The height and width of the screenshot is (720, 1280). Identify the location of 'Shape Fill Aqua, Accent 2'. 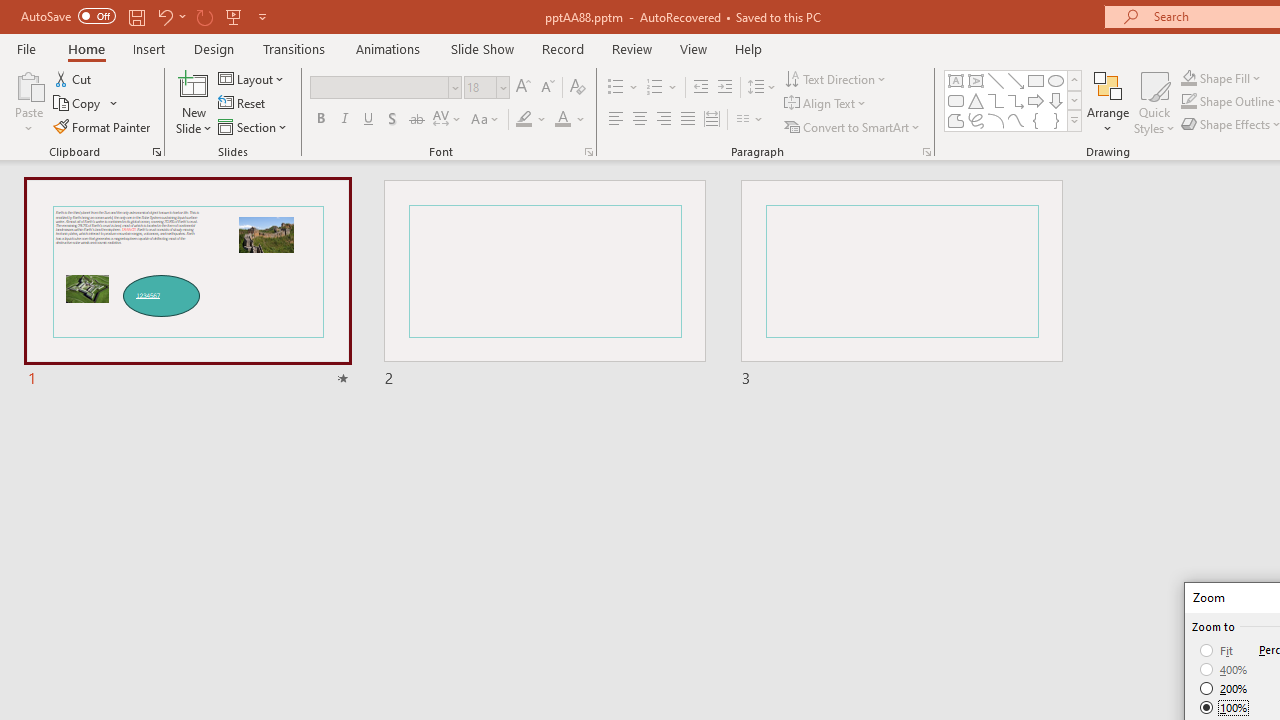
(1189, 77).